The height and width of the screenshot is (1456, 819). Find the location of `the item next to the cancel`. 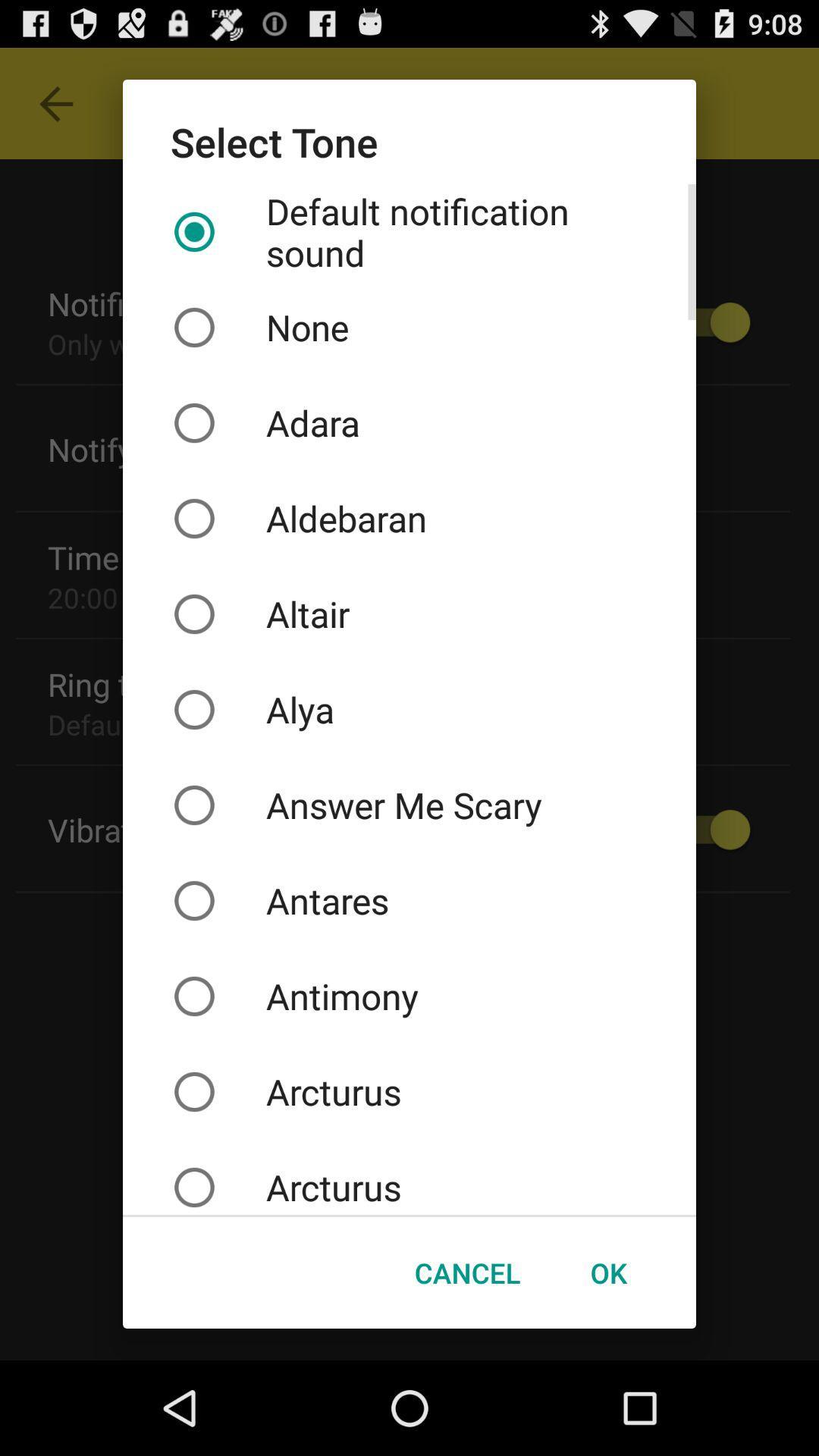

the item next to the cancel is located at coordinates (607, 1272).